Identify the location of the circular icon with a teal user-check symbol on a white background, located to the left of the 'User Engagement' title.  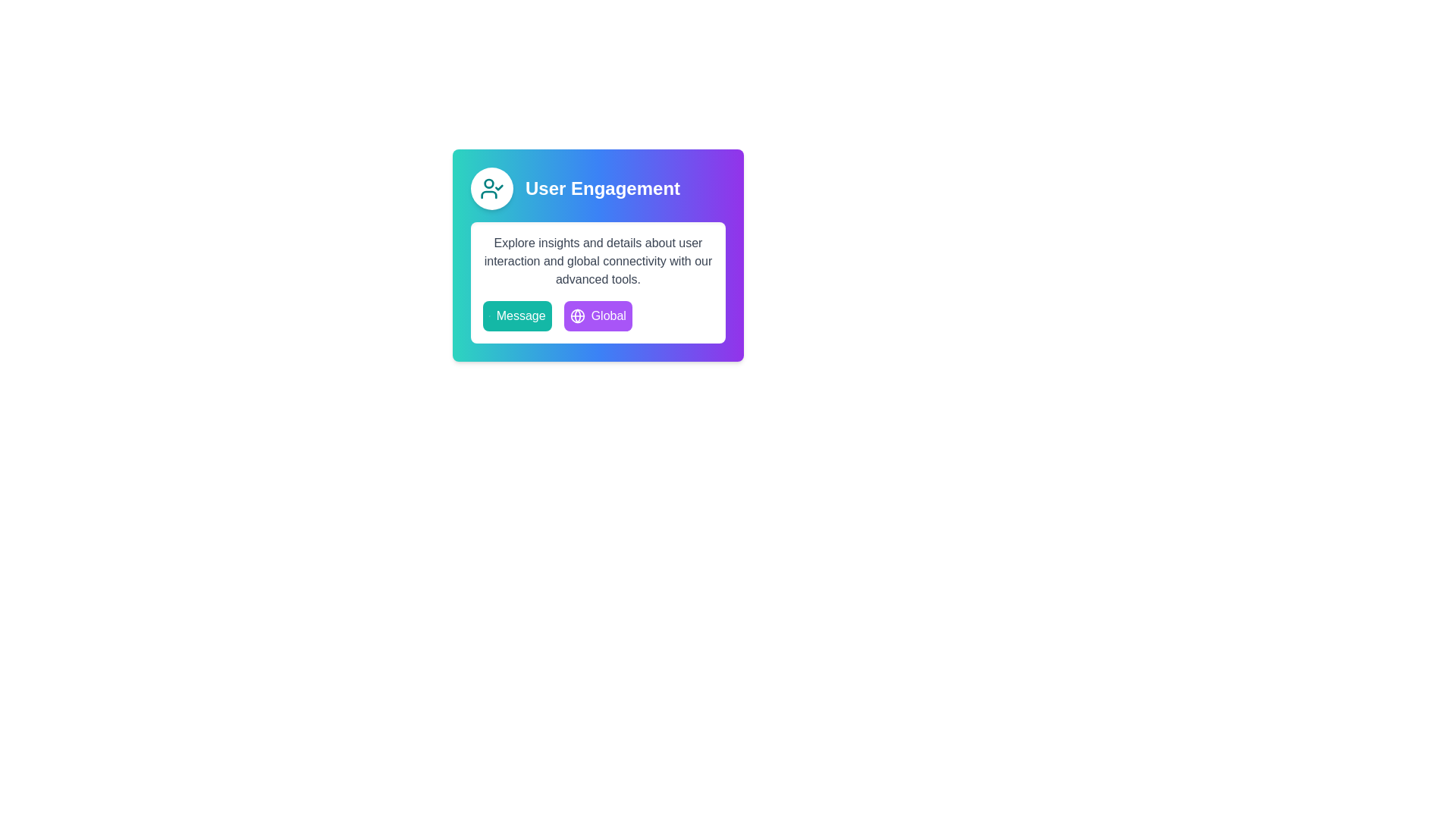
(491, 188).